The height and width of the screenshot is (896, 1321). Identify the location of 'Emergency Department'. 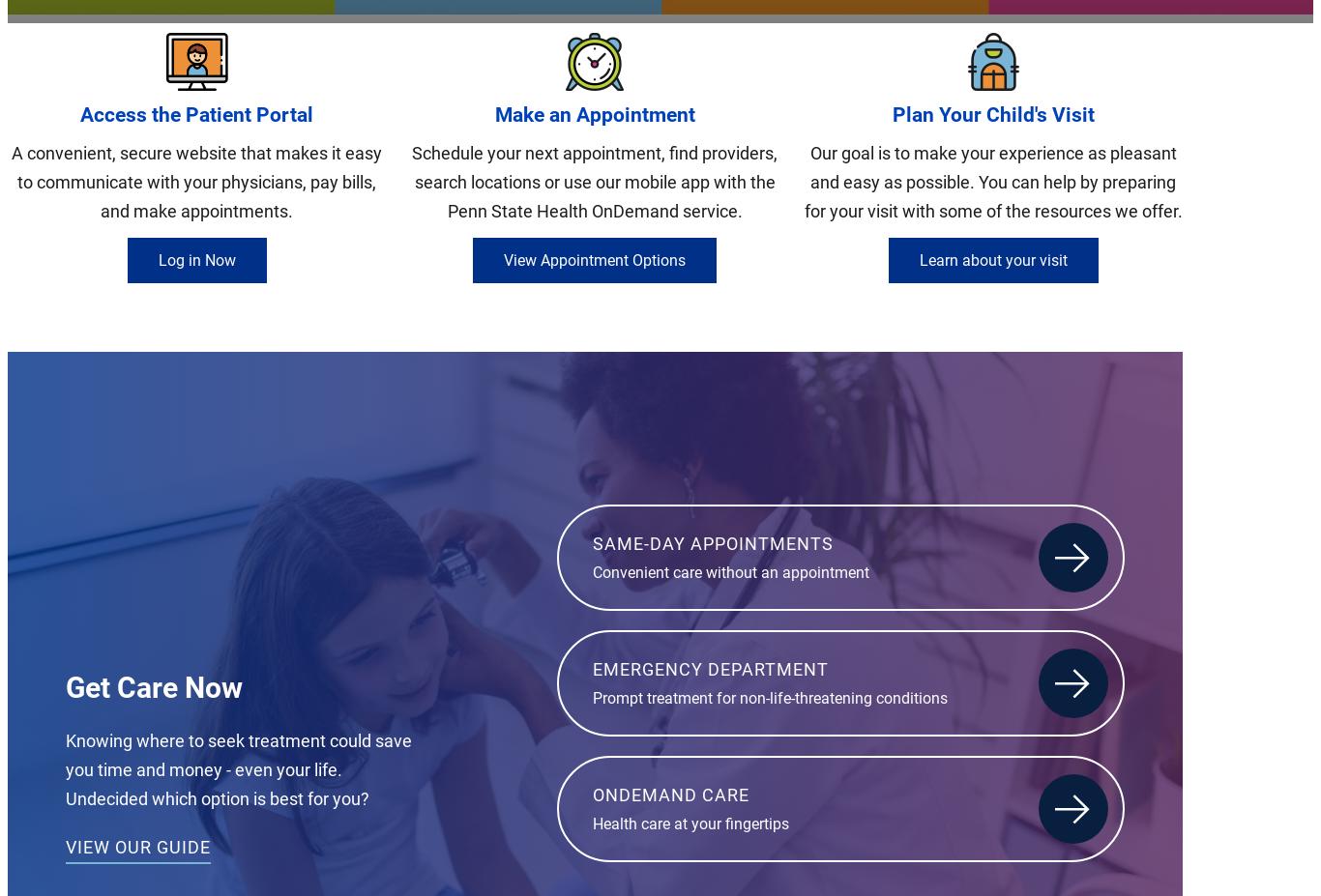
(711, 667).